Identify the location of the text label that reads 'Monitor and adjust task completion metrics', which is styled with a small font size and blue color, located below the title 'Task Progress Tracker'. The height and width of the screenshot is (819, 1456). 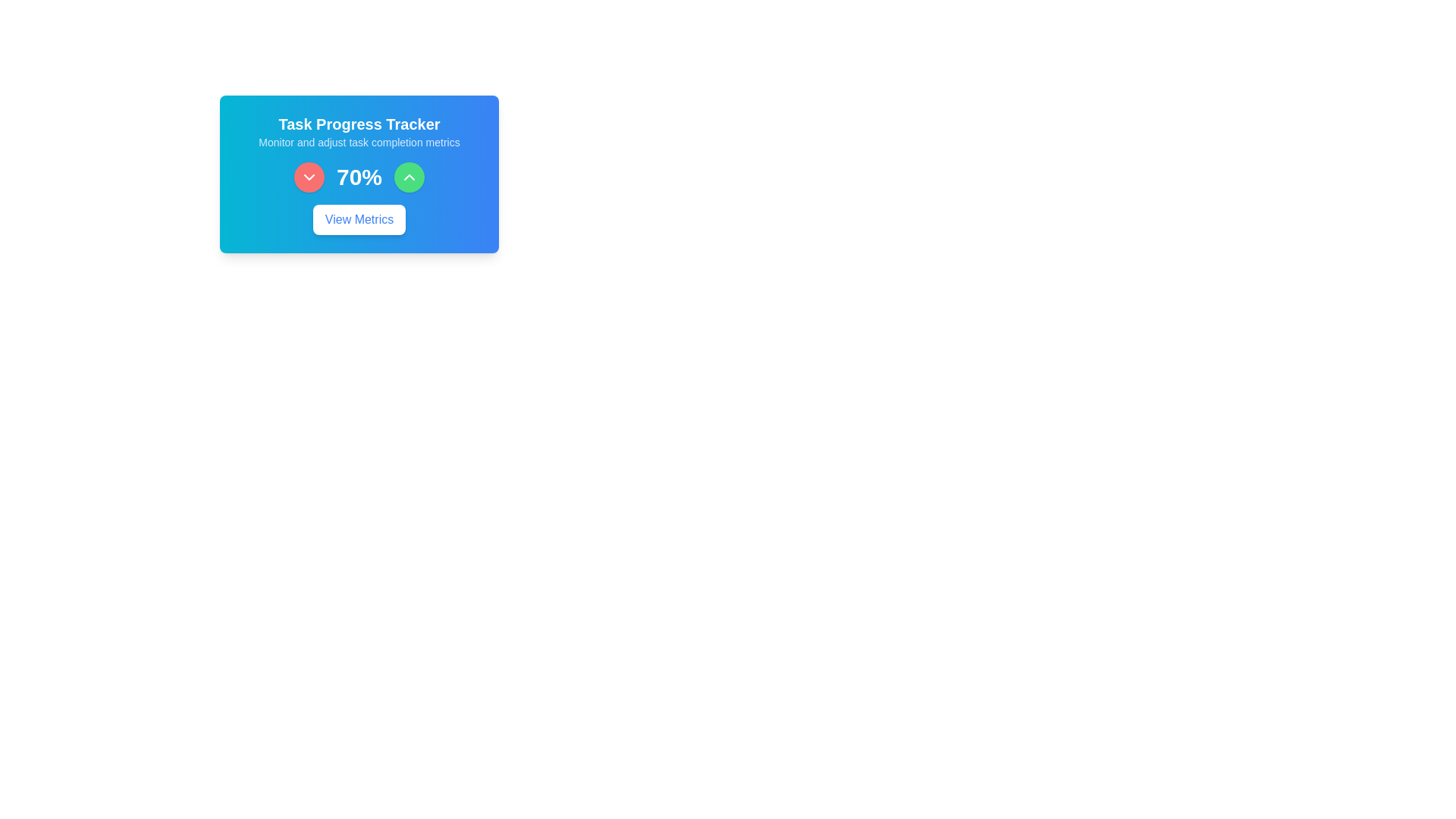
(359, 143).